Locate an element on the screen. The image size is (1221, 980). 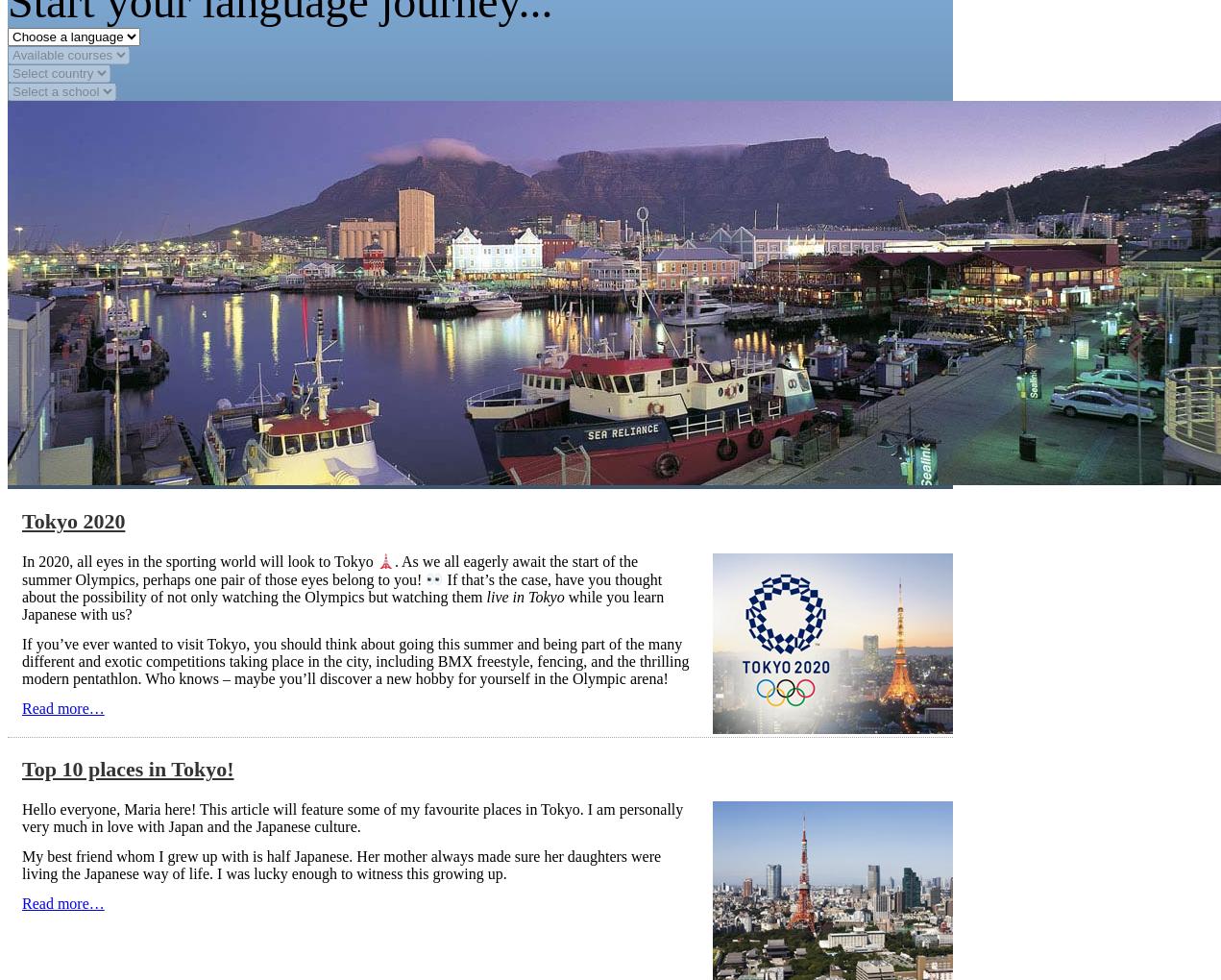
'Top 10 places in Tokyo!' is located at coordinates (126, 768).